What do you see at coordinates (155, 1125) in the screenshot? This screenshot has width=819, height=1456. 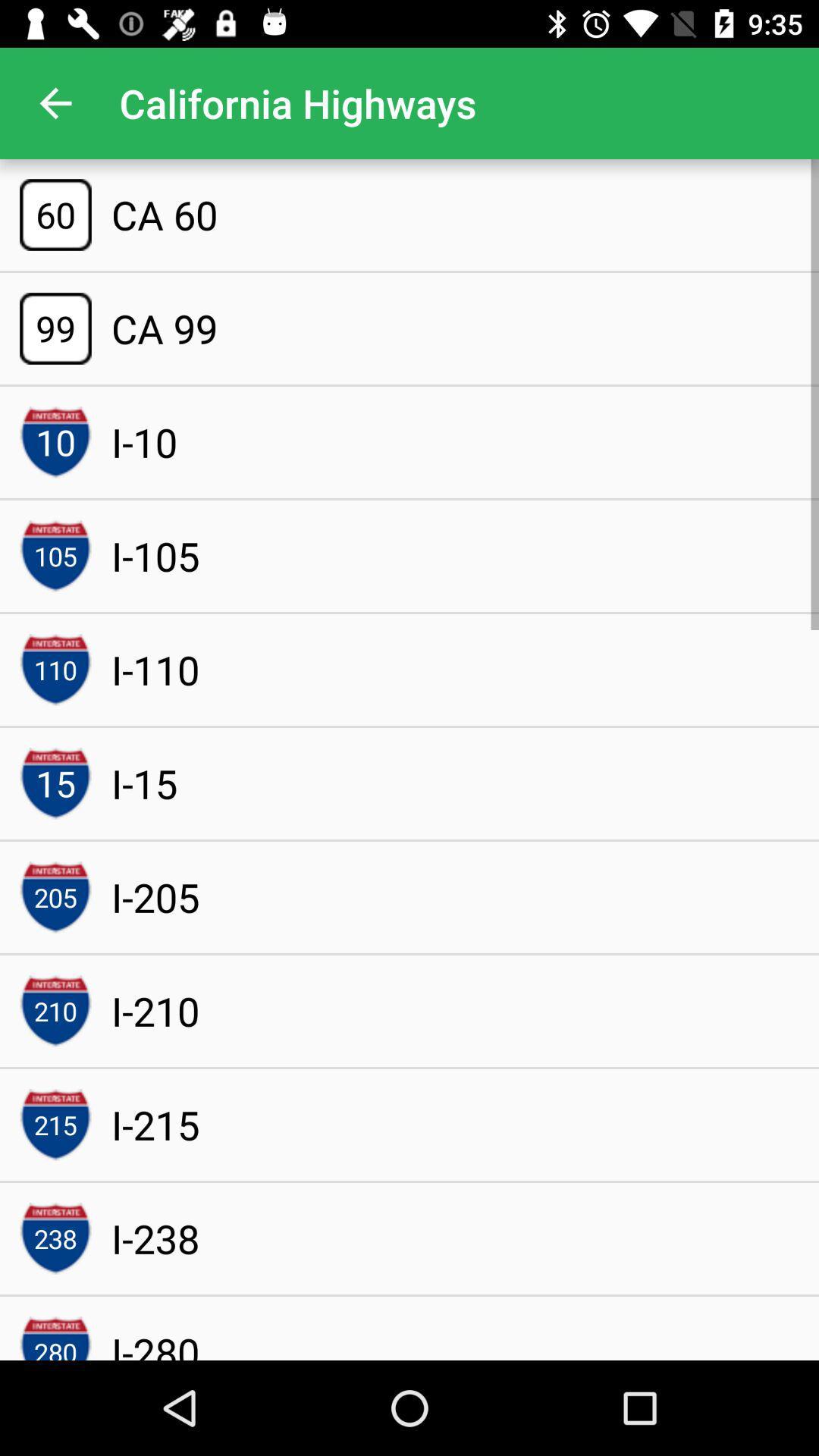 I see `i-215 icon` at bounding box center [155, 1125].